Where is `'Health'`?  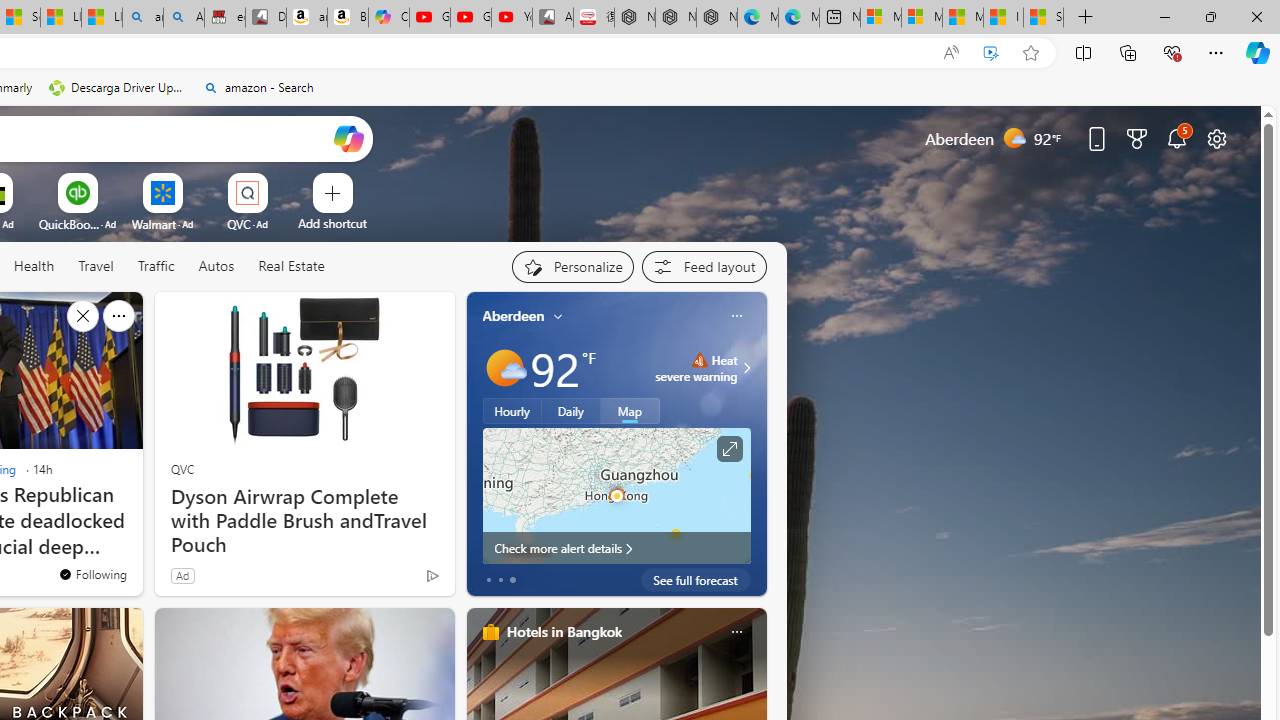 'Health' is located at coordinates (33, 266).